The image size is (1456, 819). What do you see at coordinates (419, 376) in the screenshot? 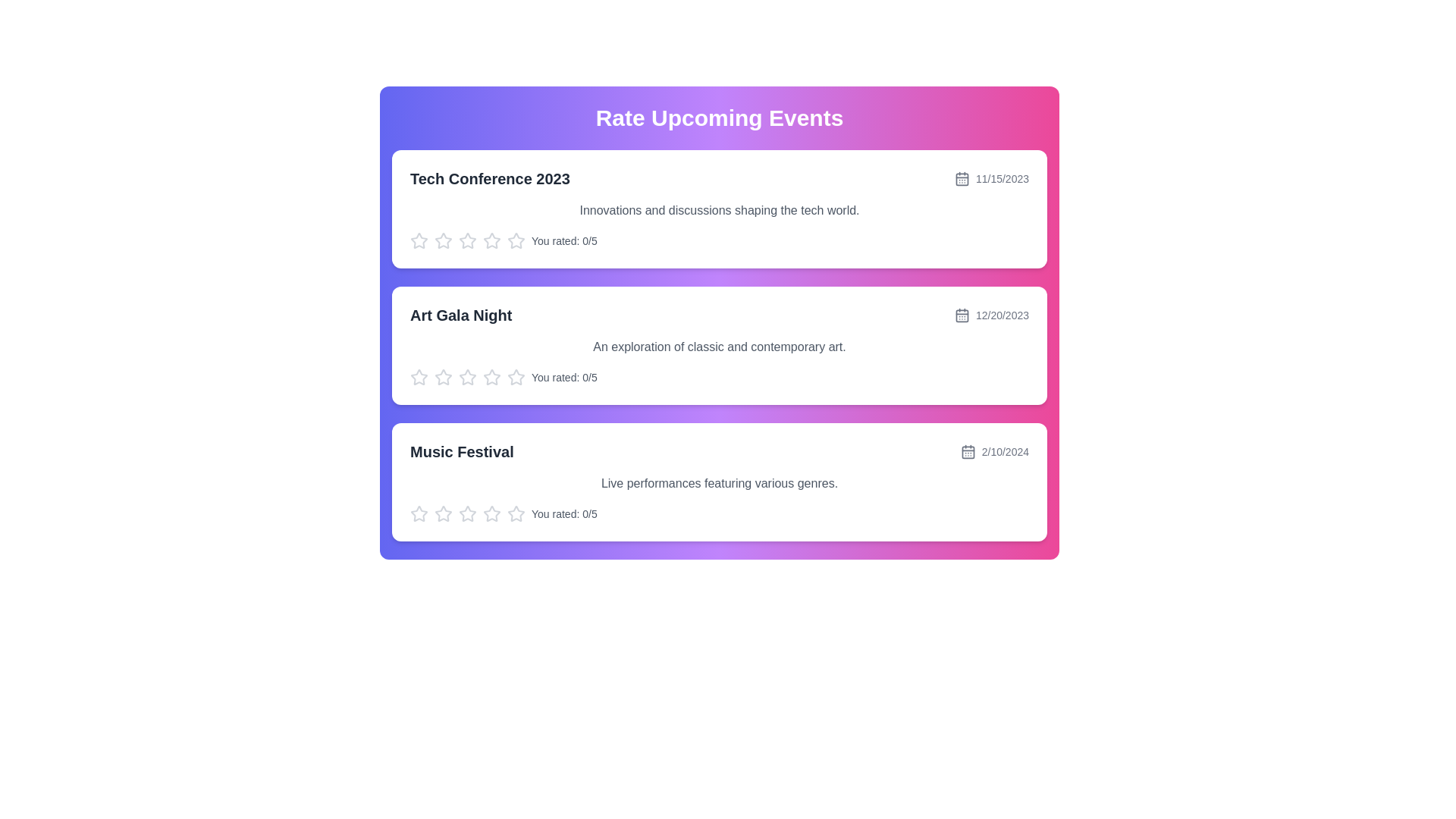
I see `the outlined star icon in the 'Art Gala Night' section` at bounding box center [419, 376].